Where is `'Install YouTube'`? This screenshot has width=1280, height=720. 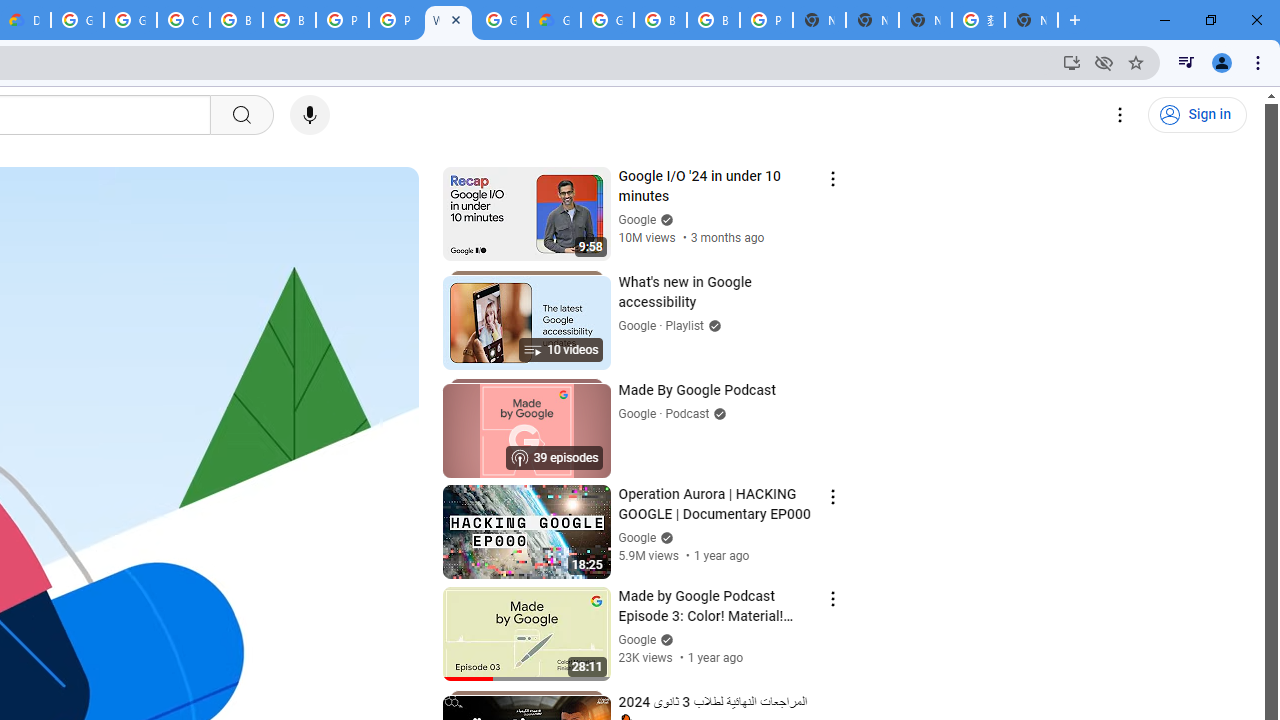
'Install YouTube' is located at coordinates (1071, 61).